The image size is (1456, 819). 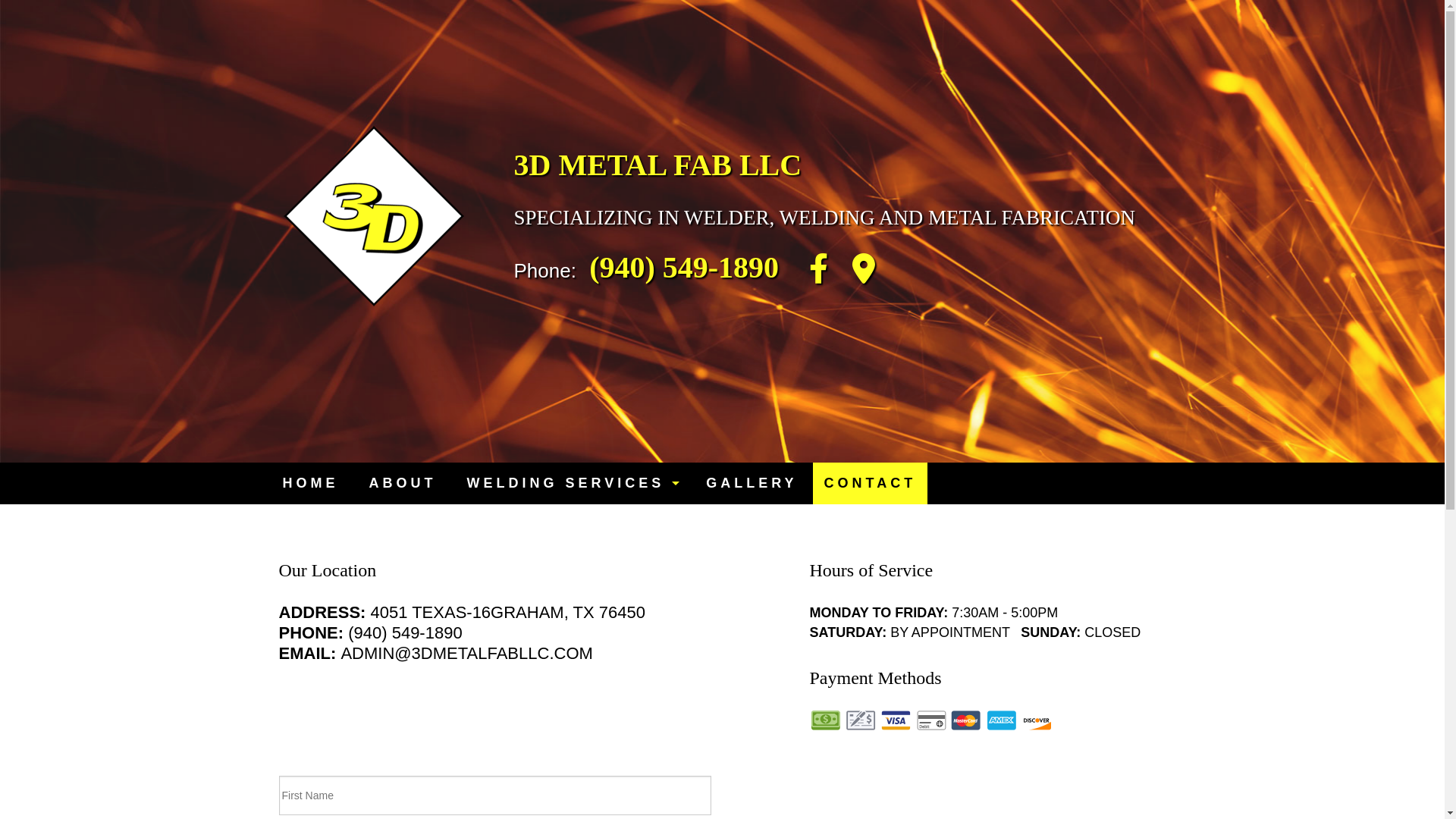 What do you see at coordinates (402, 483) in the screenshot?
I see `'ABOUT'` at bounding box center [402, 483].